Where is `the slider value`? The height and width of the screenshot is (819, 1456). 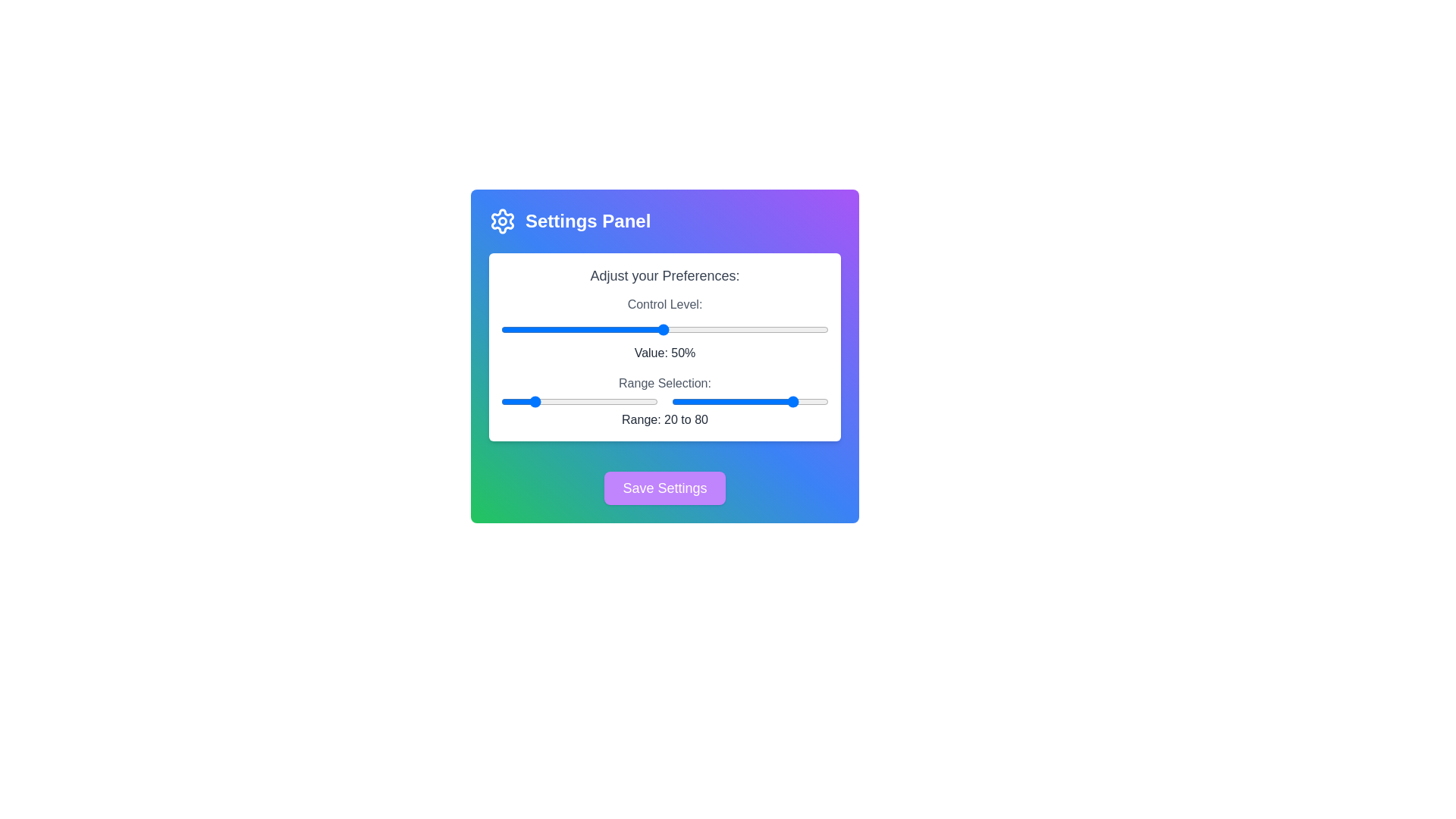
the slider value is located at coordinates (798, 329).